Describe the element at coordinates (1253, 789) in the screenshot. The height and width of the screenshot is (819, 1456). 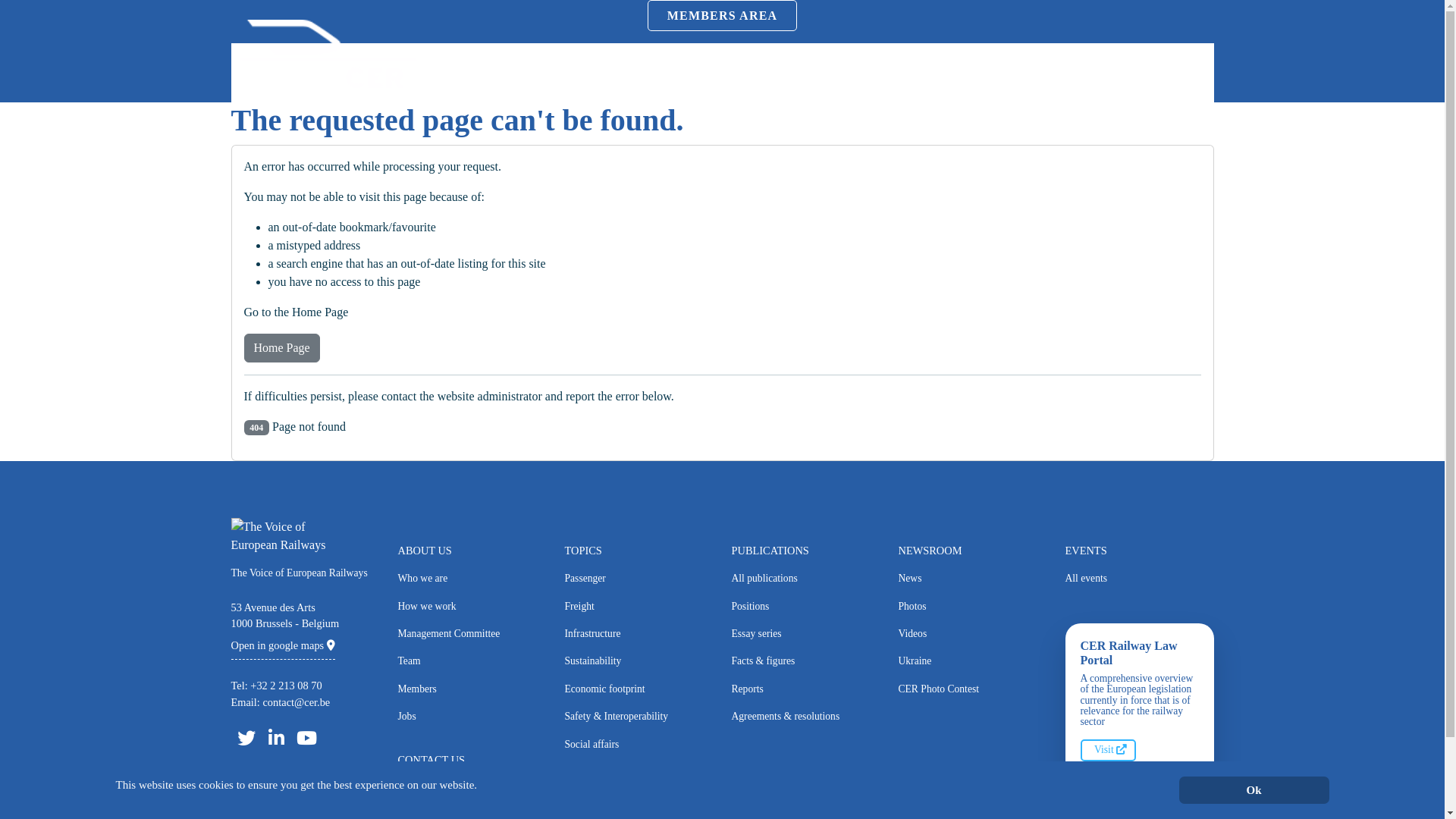
I see `'Ok'` at that location.